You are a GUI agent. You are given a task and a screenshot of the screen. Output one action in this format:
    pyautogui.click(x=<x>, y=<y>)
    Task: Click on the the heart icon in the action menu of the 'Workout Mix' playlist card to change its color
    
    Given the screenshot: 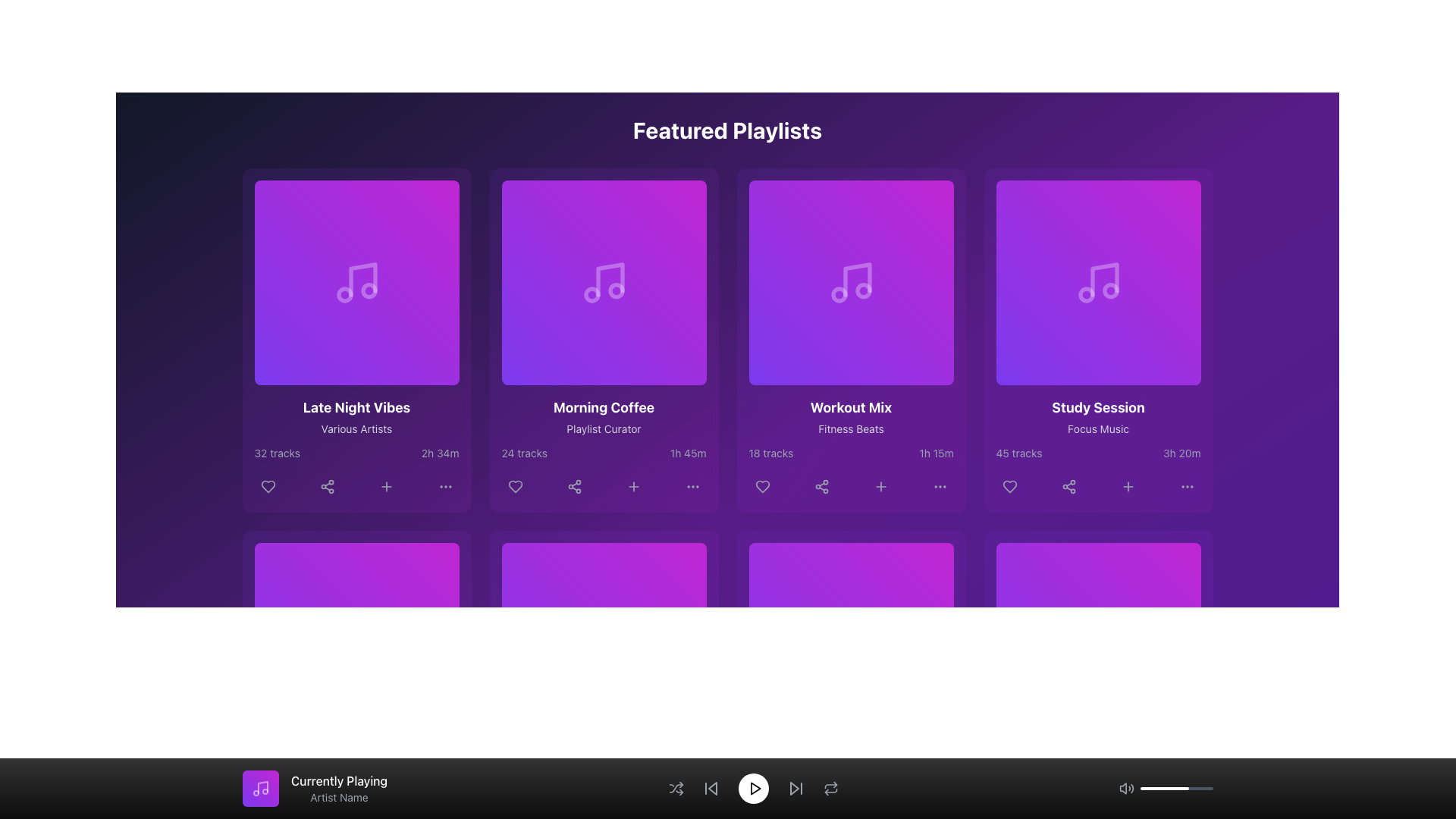 What is the action you would take?
    pyautogui.click(x=762, y=486)
    